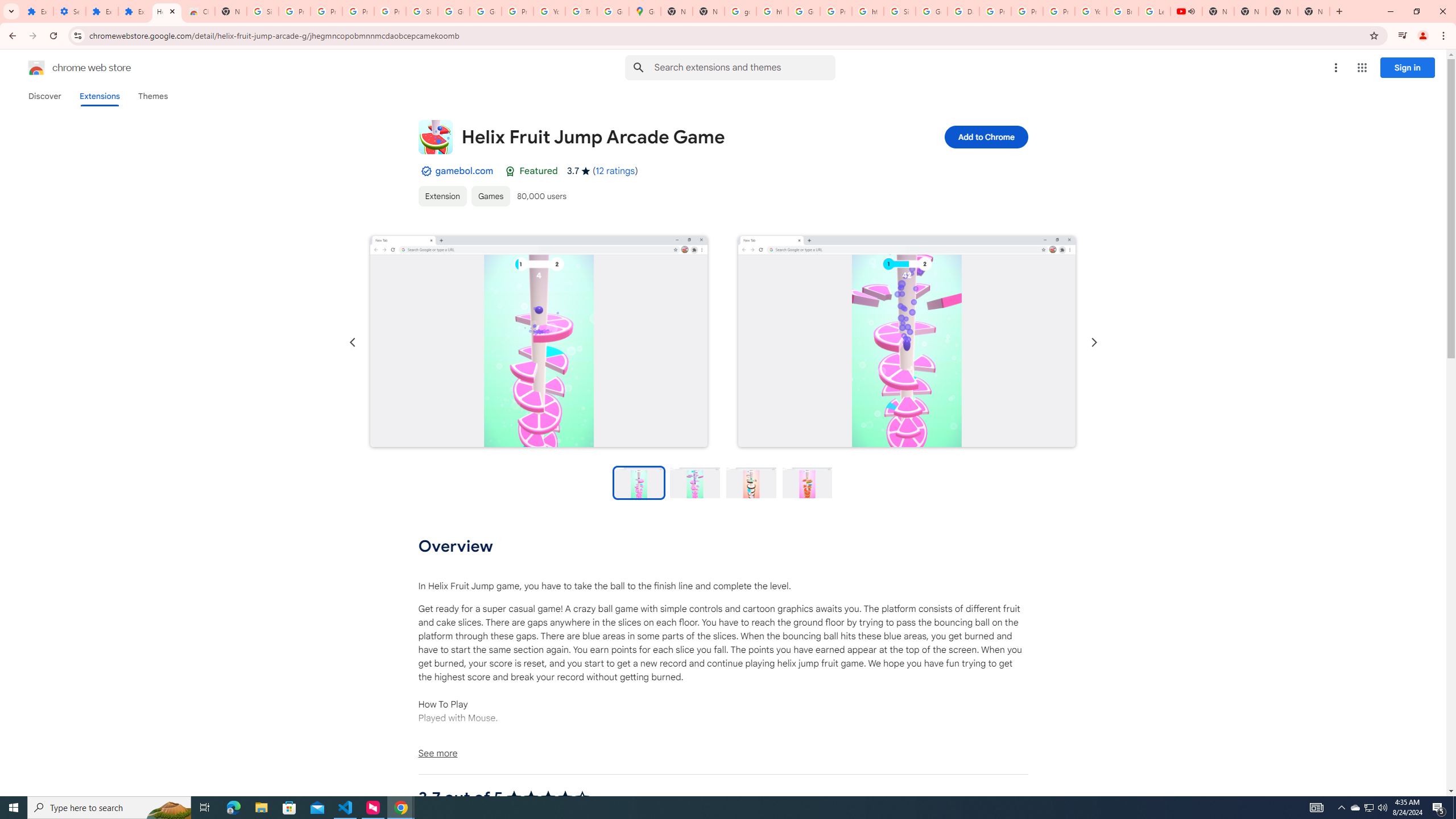  I want to click on 'Item media 2 screenshot', so click(906, 341).